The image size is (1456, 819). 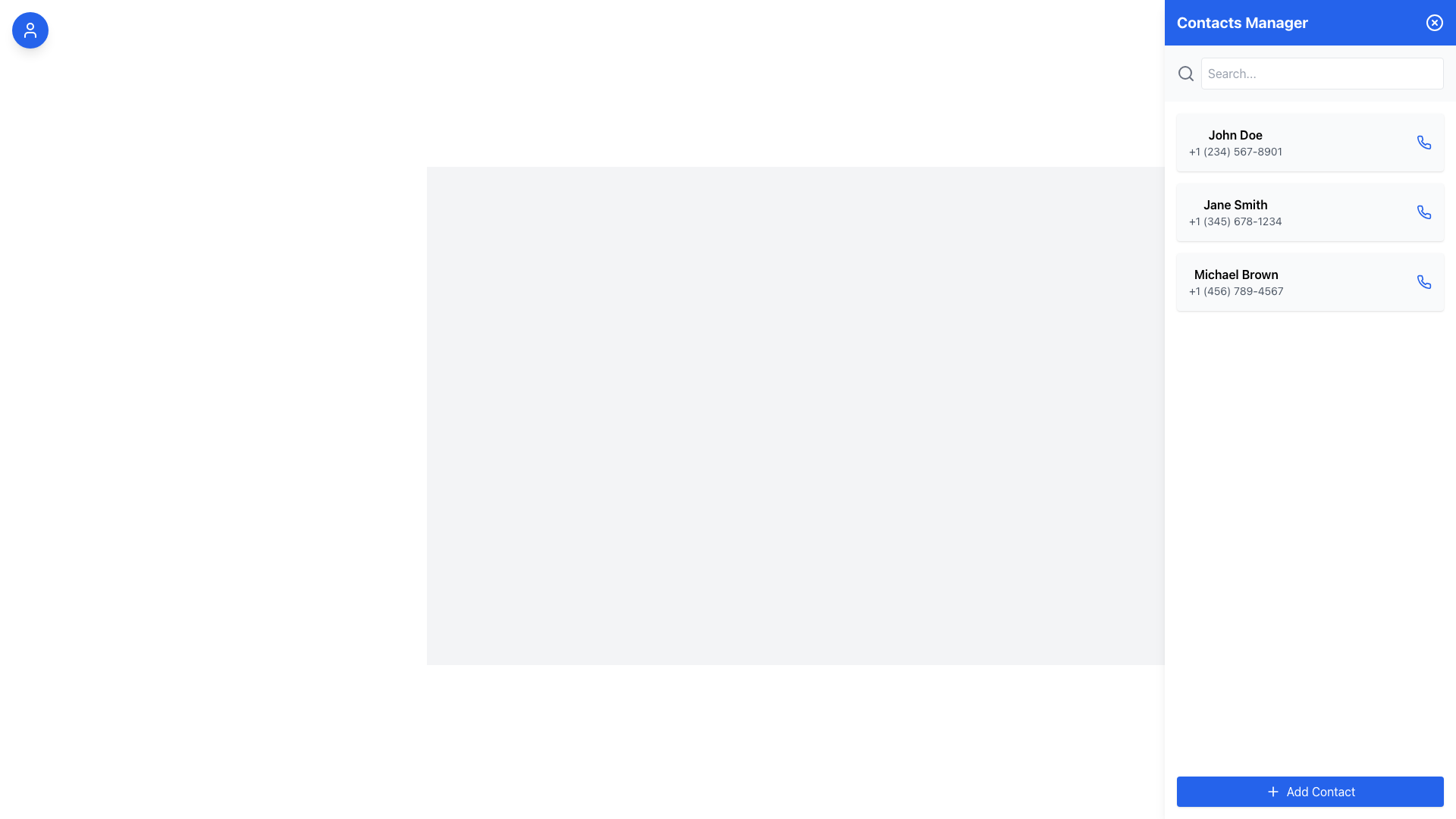 I want to click on the contact information text block containing the name 'Michael Brown' and phone number '+1 (456) 789-4567', which is the third entry in the contact list on the right sidebar, so click(x=1236, y=281).